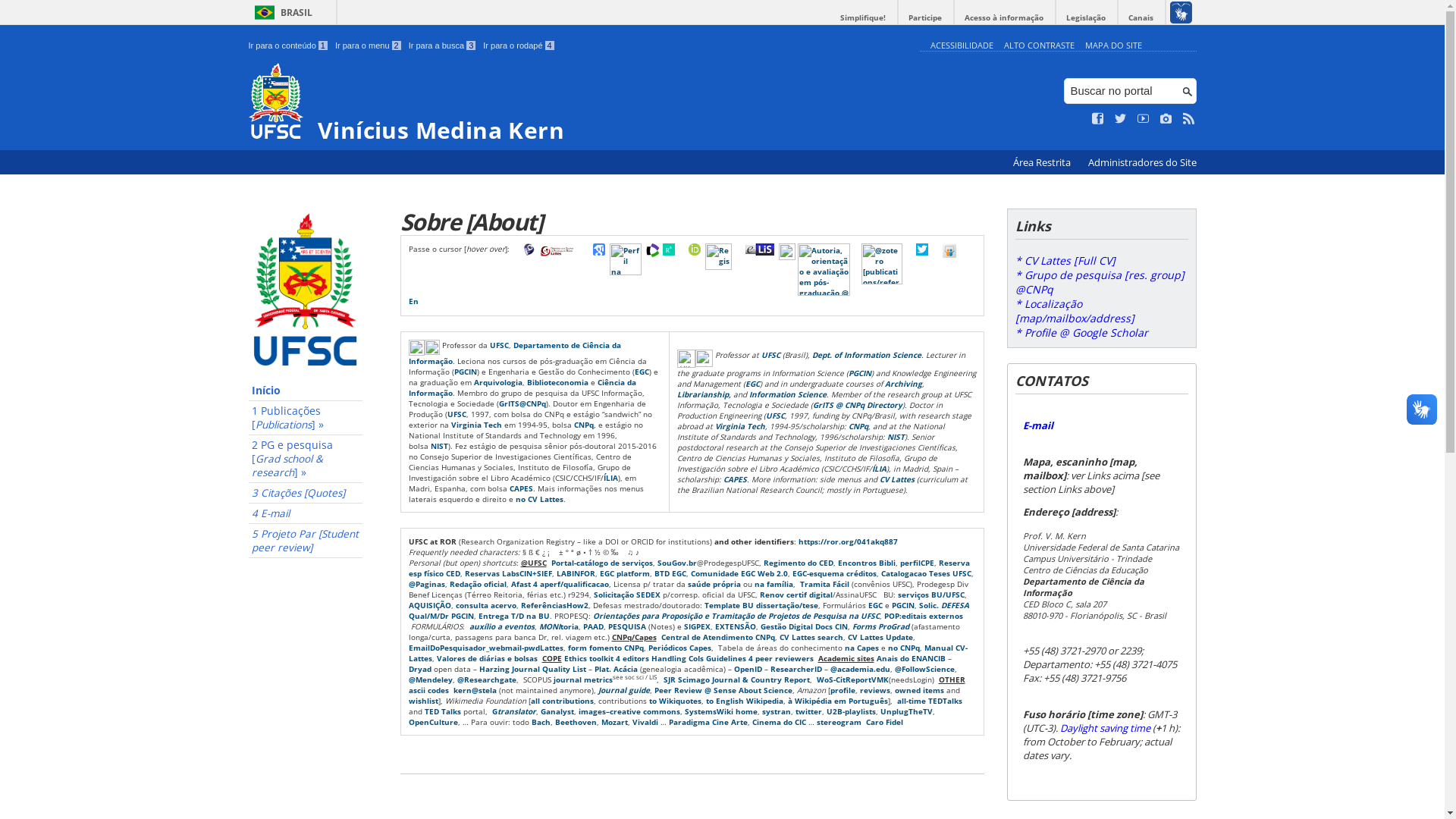 This screenshot has width=1456, height=819. I want to click on 'NIST', so click(896, 435).